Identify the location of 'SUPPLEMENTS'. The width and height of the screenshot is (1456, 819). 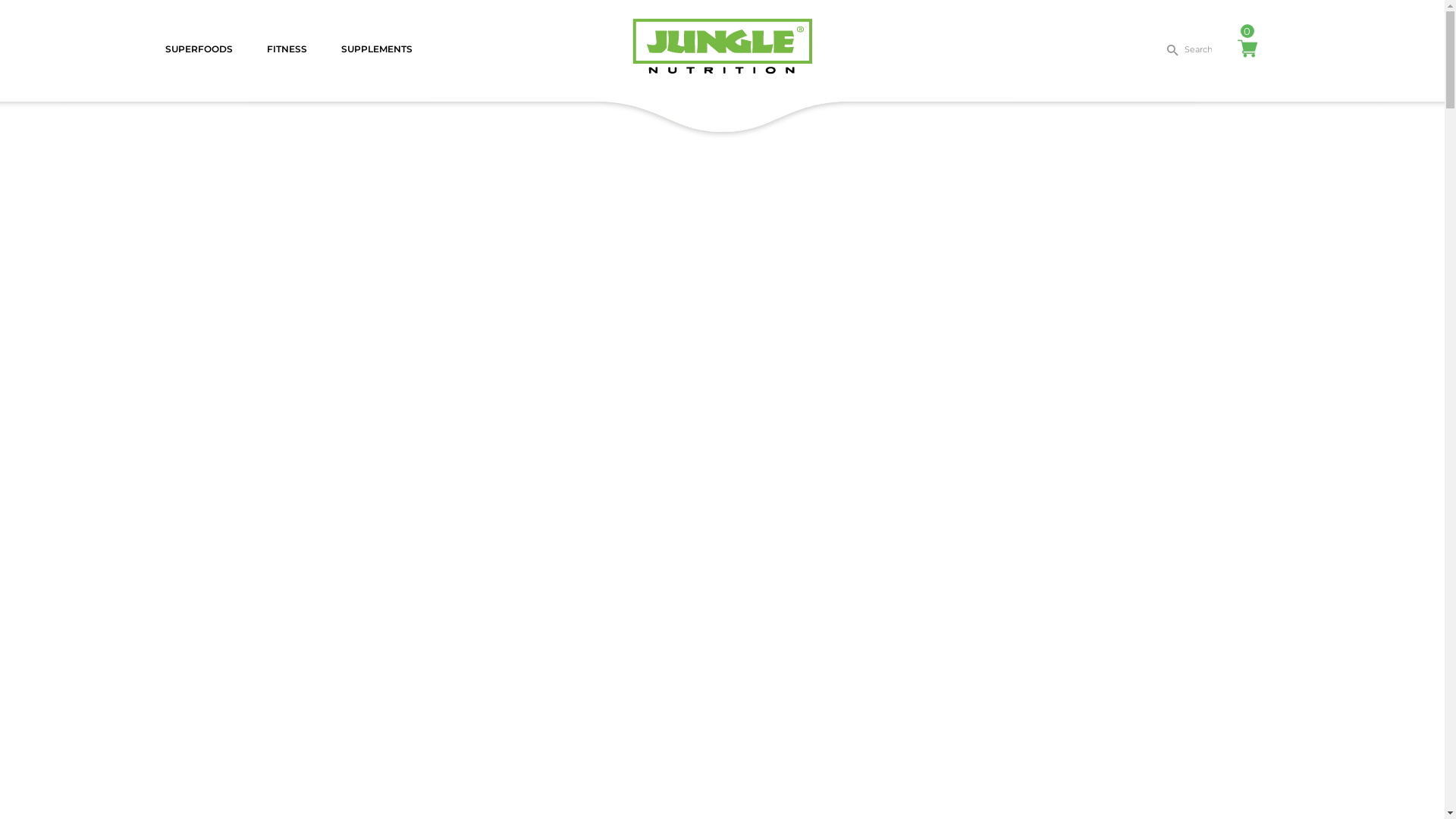
(375, 49).